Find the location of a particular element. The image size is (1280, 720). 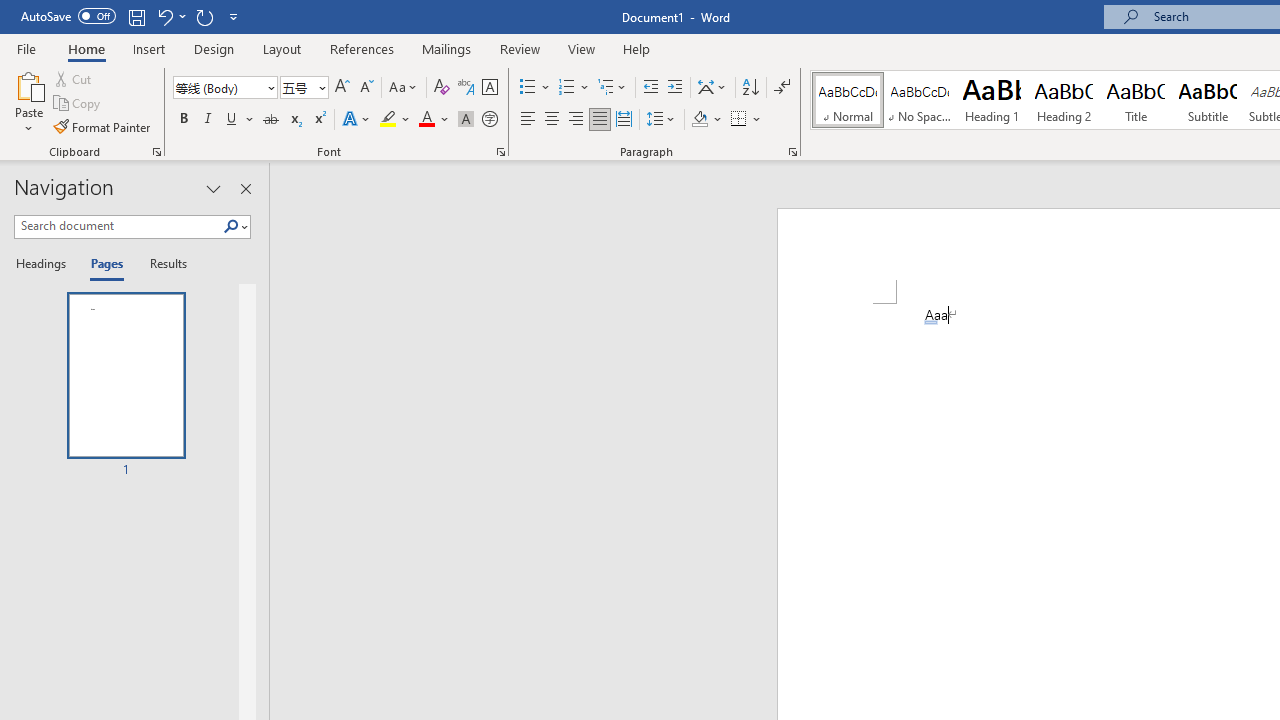

'Character Border' is located at coordinates (489, 86).